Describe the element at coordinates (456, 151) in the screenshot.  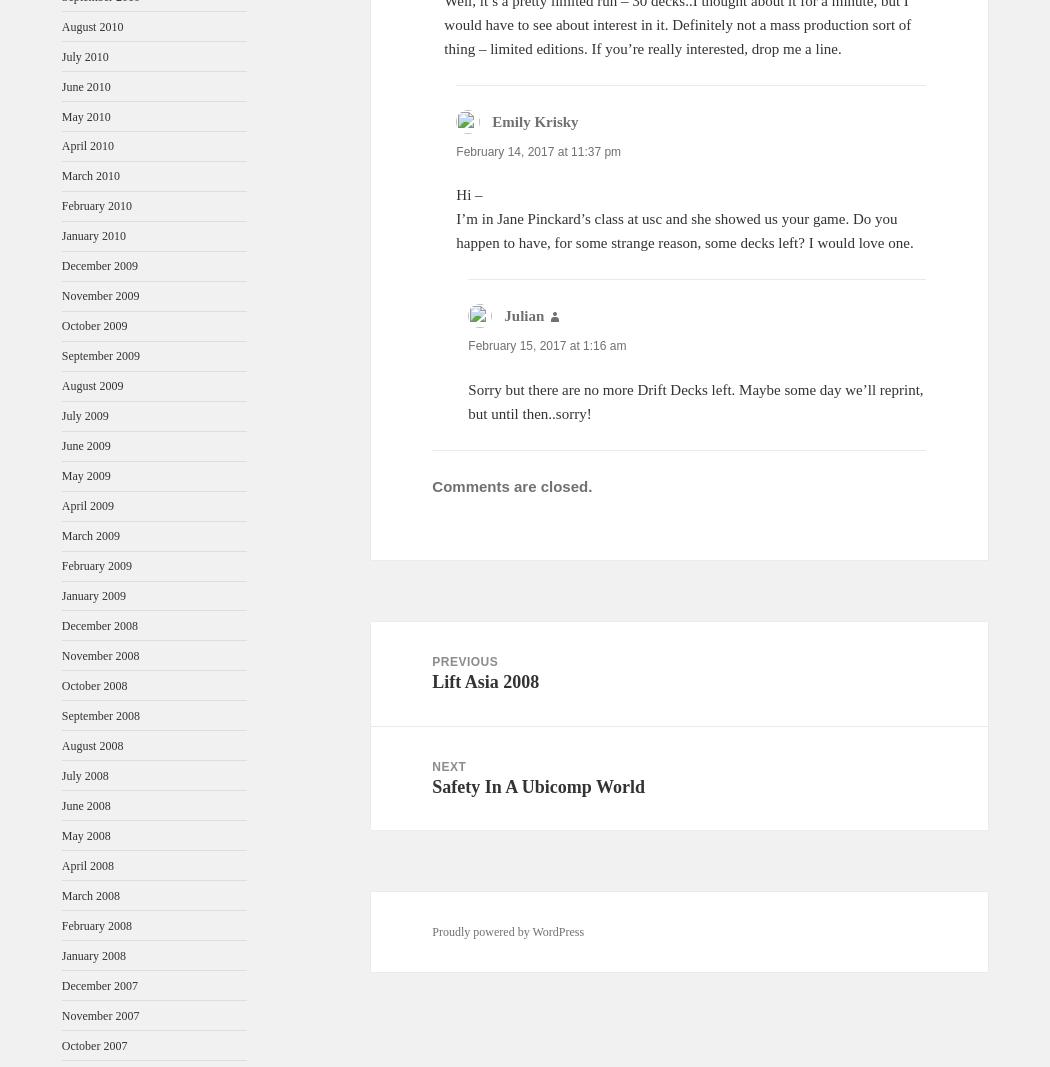
I see `'February 14, 2017 at 11:37 pm'` at that location.